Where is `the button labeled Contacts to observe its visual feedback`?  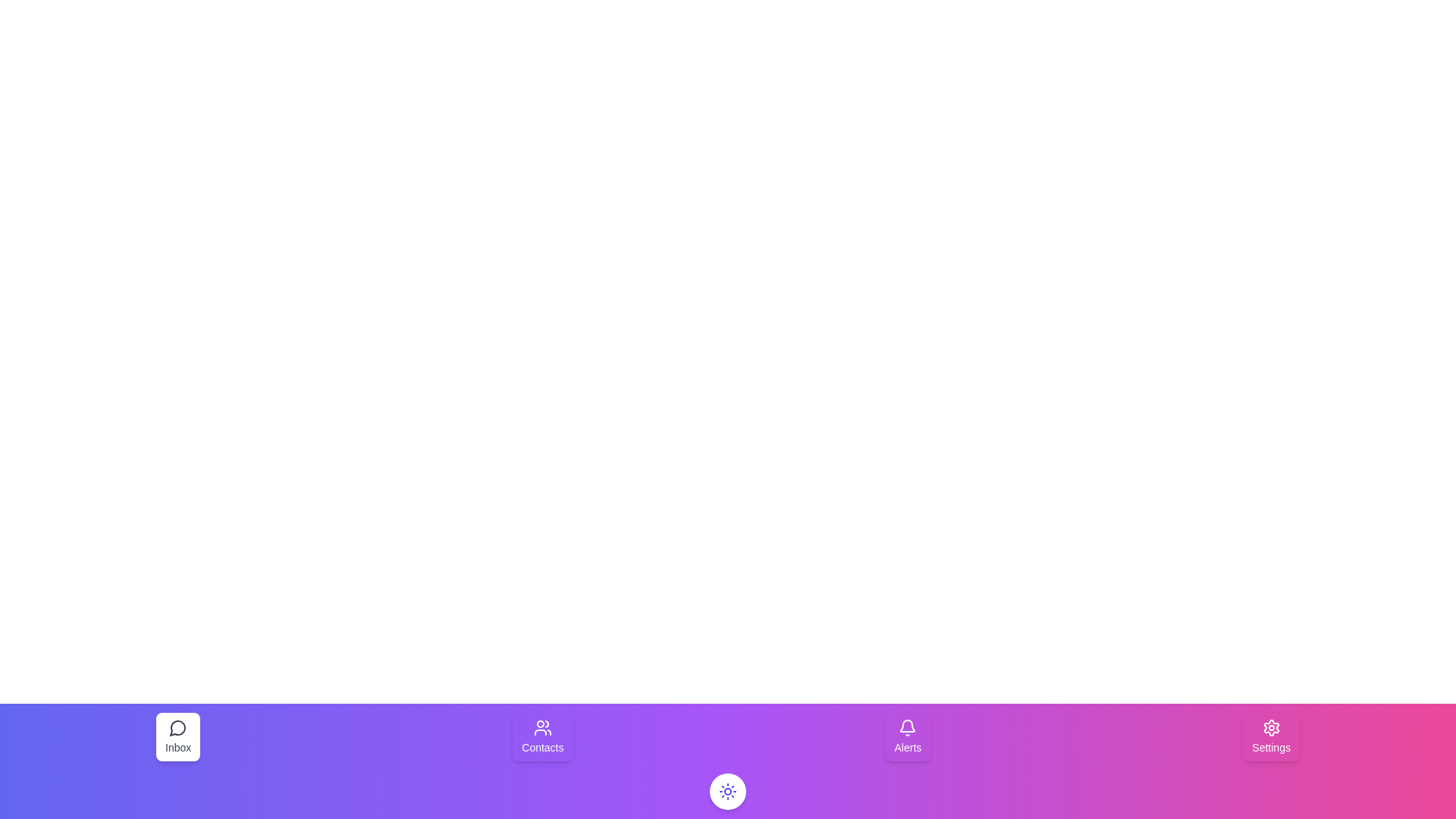
the button labeled Contacts to observe its visual feedback is located at coordinates (542, 736).